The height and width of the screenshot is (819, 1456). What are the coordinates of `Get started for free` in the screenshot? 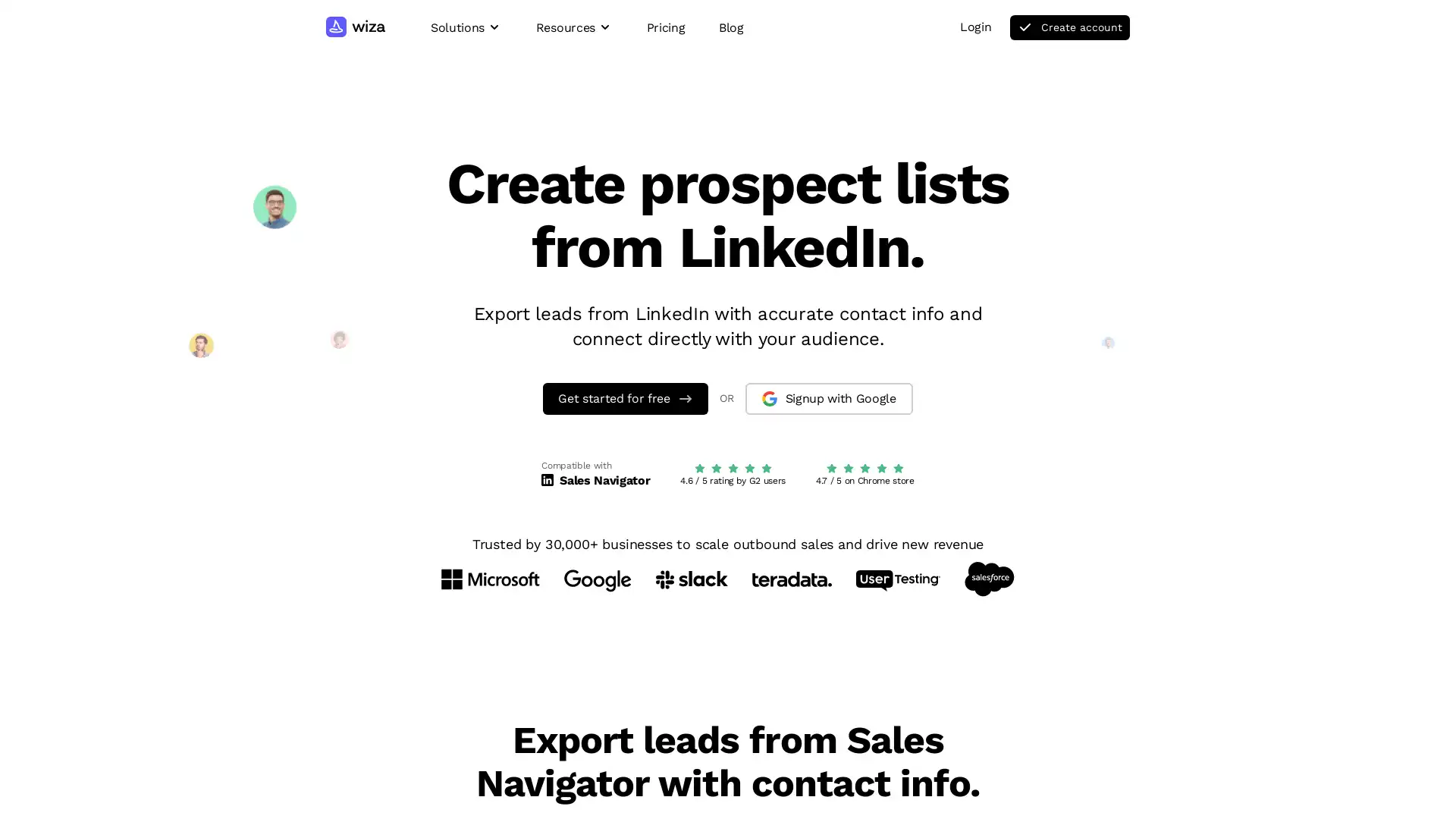 It's located at (626, 397).